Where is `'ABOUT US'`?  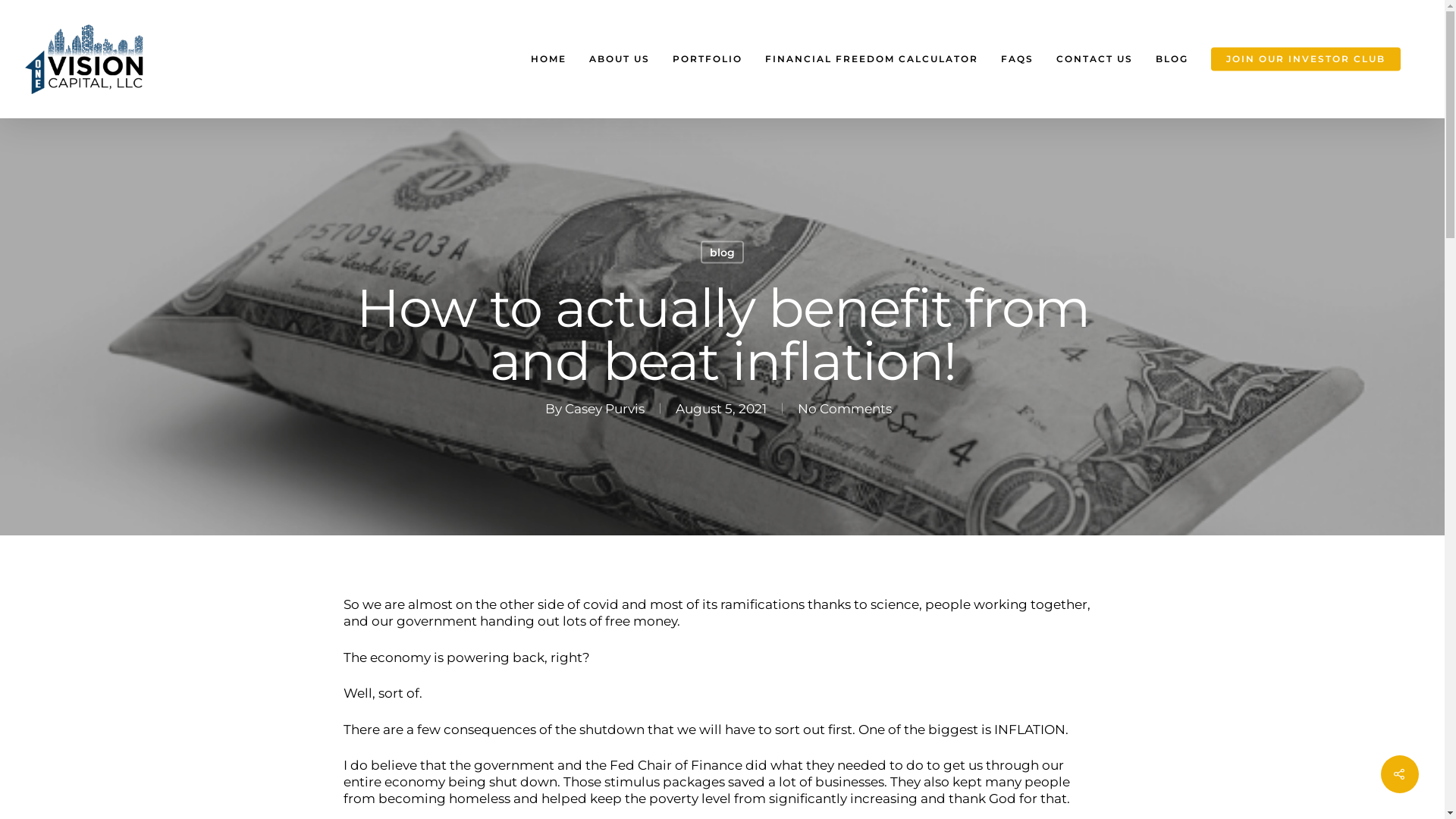 'ABOUT US' is located at coordinates (577, 58).